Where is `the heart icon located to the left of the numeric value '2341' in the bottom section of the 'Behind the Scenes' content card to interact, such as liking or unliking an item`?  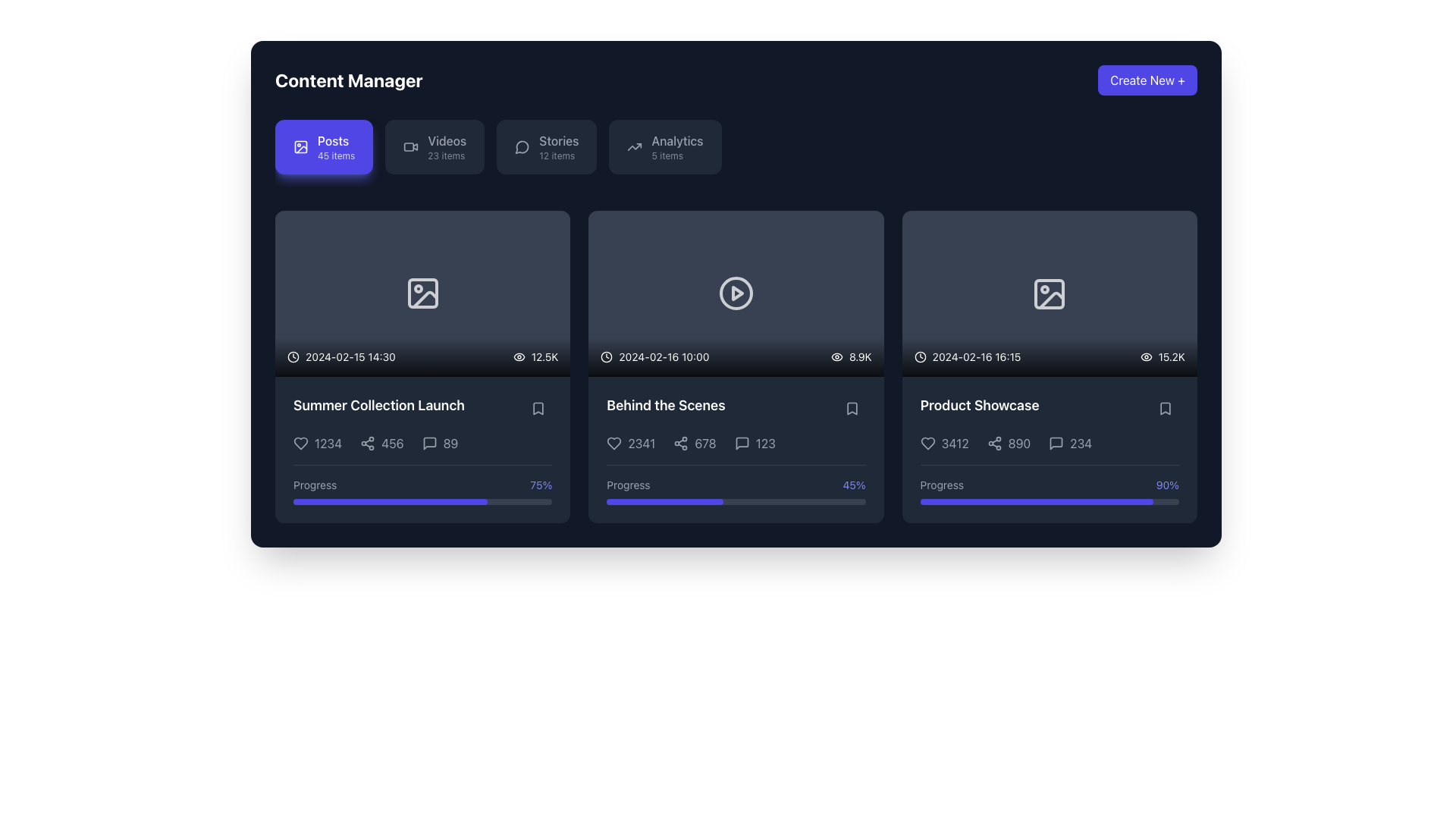
the heart icon located to the left of the numeric value '2341' in the bottom section of the 'Behind the Scenes' content card to interact, such as liking or unliking an item is located at coordinates (614, 443).